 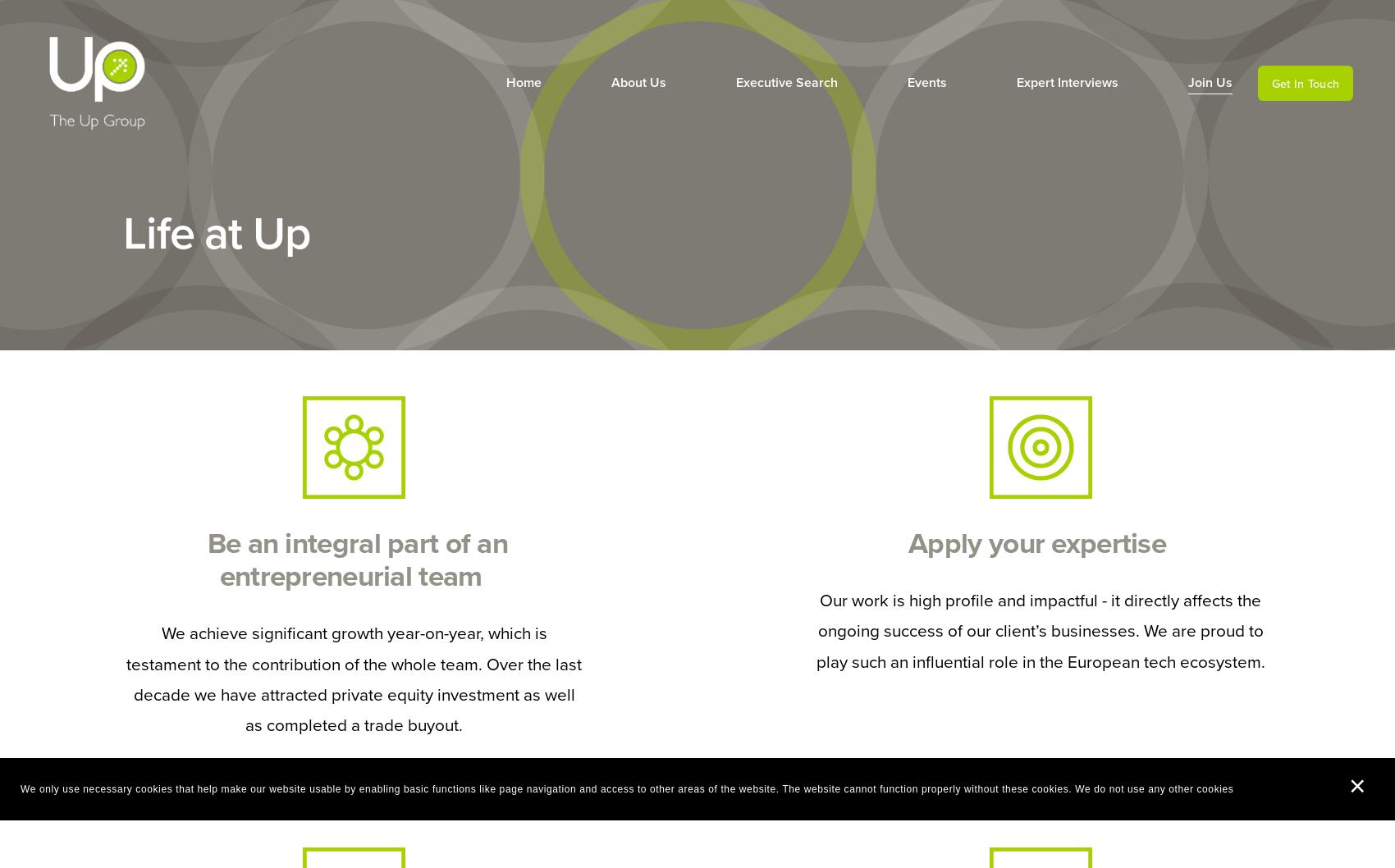 I want to click on 'Benefits', so click(x=1182, y=130).